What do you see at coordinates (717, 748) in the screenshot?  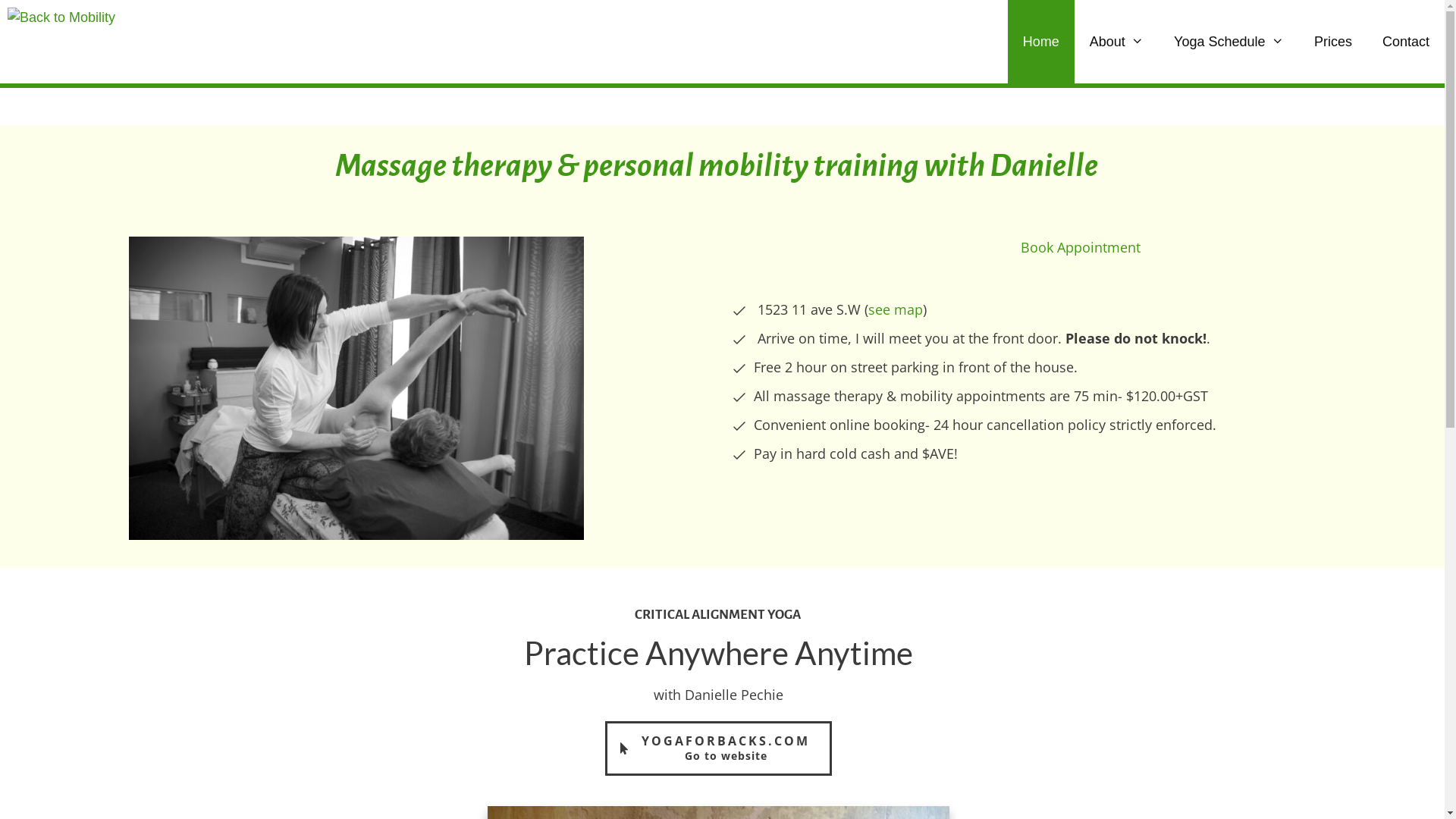 I see `'YOGAFORBACKS.COM` at bounding box center [717, 748].